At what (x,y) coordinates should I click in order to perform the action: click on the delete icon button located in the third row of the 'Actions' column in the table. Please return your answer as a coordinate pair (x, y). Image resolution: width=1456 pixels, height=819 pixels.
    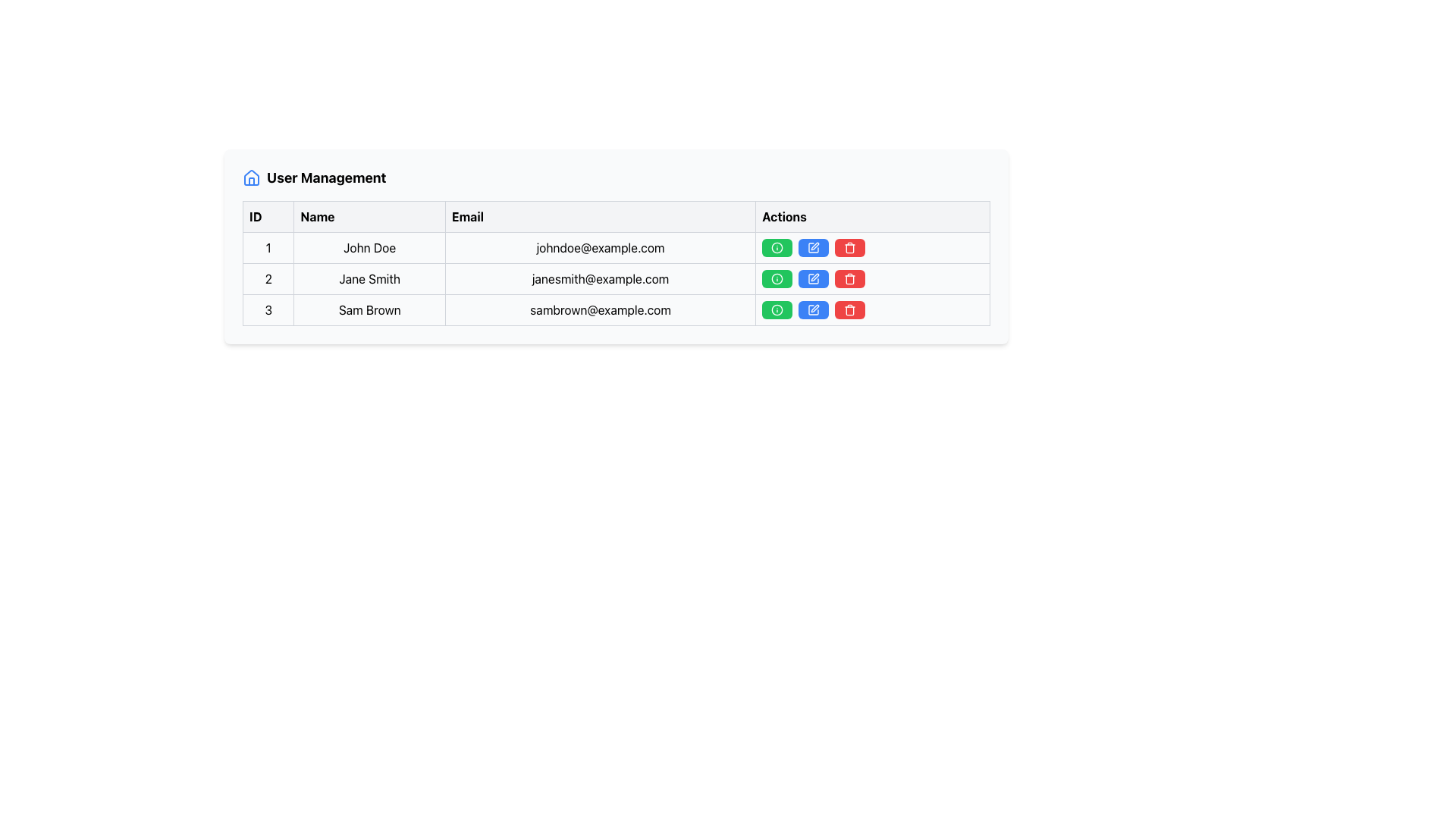
    Looking at the image, I should click on (850, 278).